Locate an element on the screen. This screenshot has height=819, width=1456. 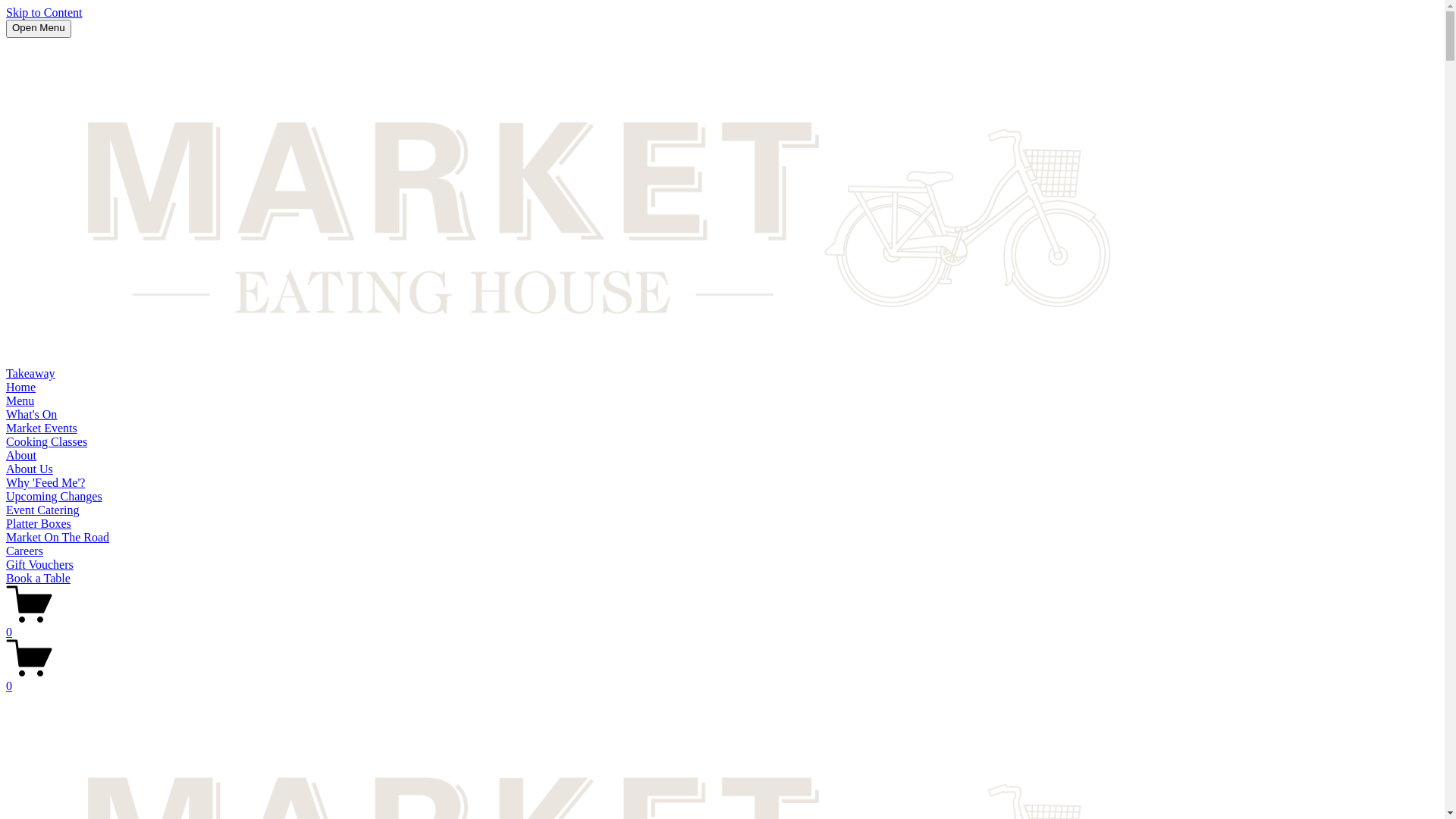
'Event Catering' is located at coordinates (6, 510).